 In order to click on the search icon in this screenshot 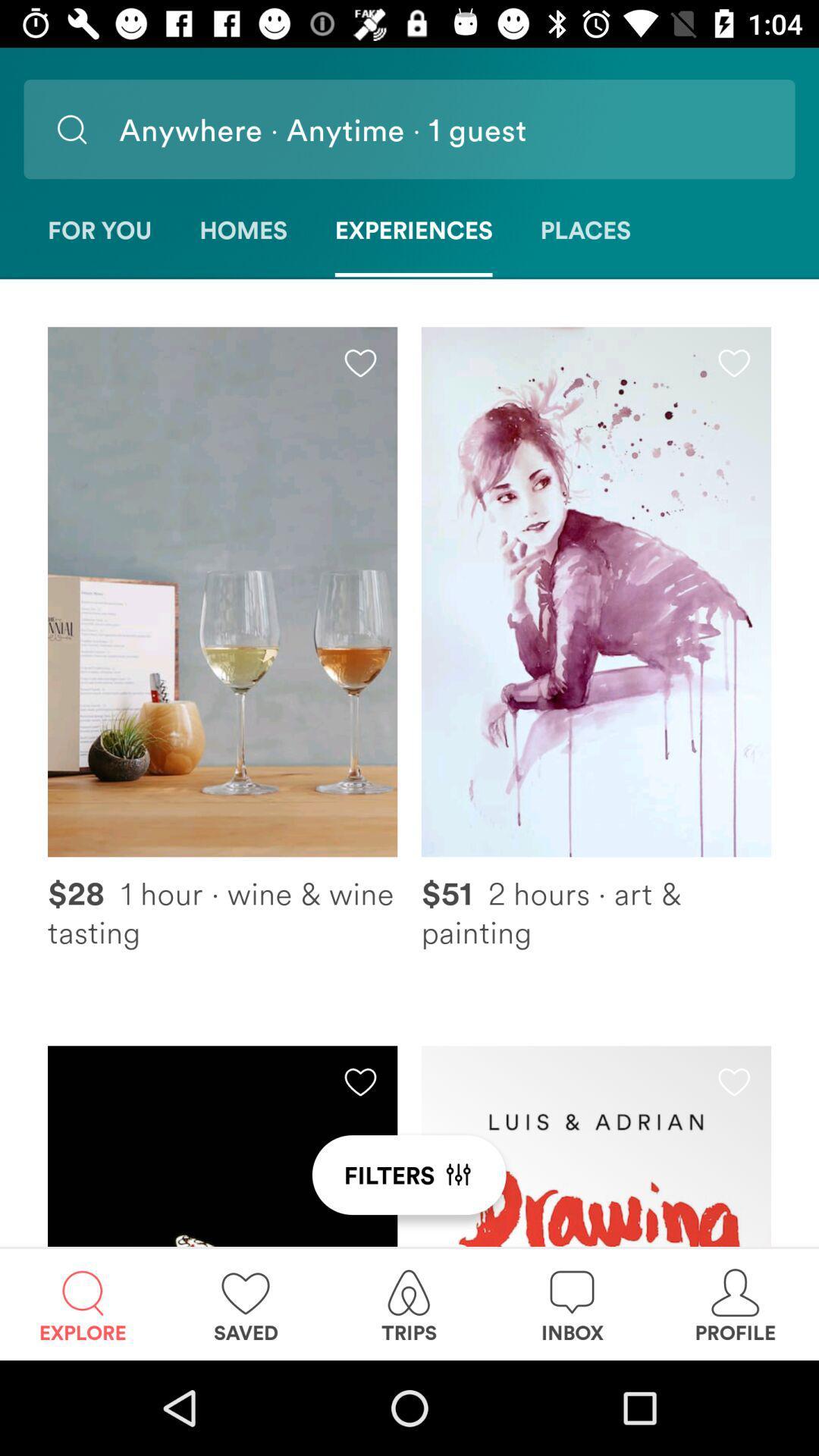, I will do `click(71, 129)`.